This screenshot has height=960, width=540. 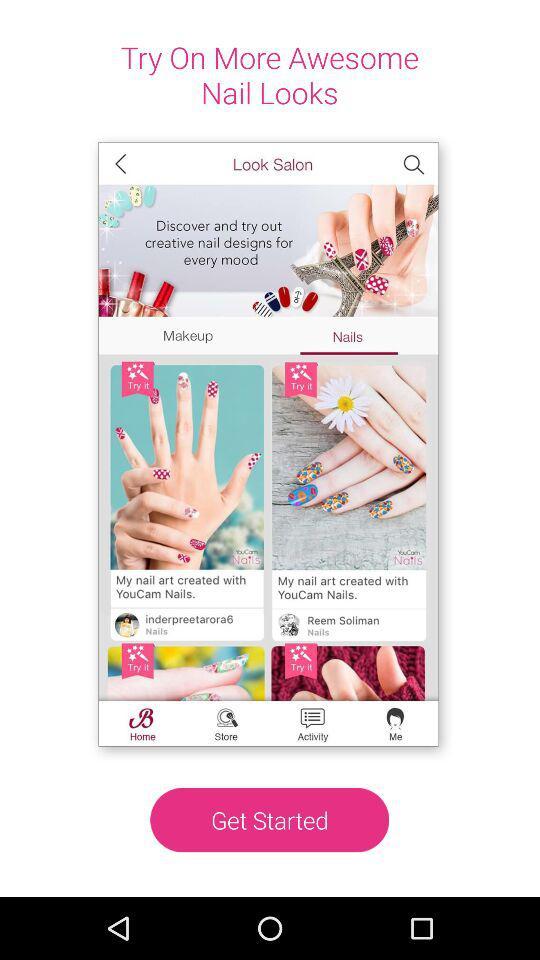 What do you see at coordinates (269, 820) in the screenshot?
I see `the get started` at bounding box center [269, 820].